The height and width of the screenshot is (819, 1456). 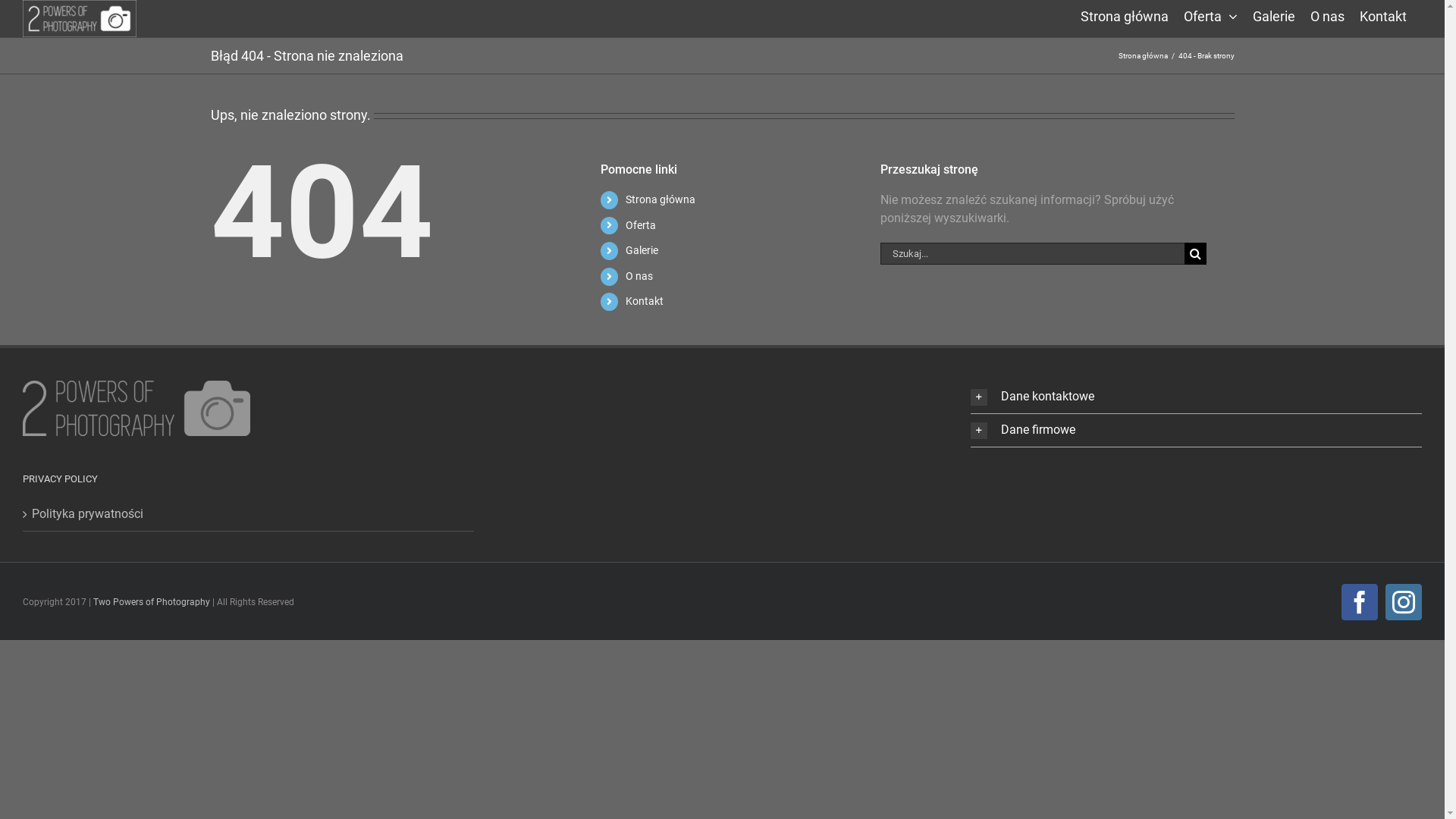 I want to click on 'Dane firmowe', so click(x=1195, y=430).